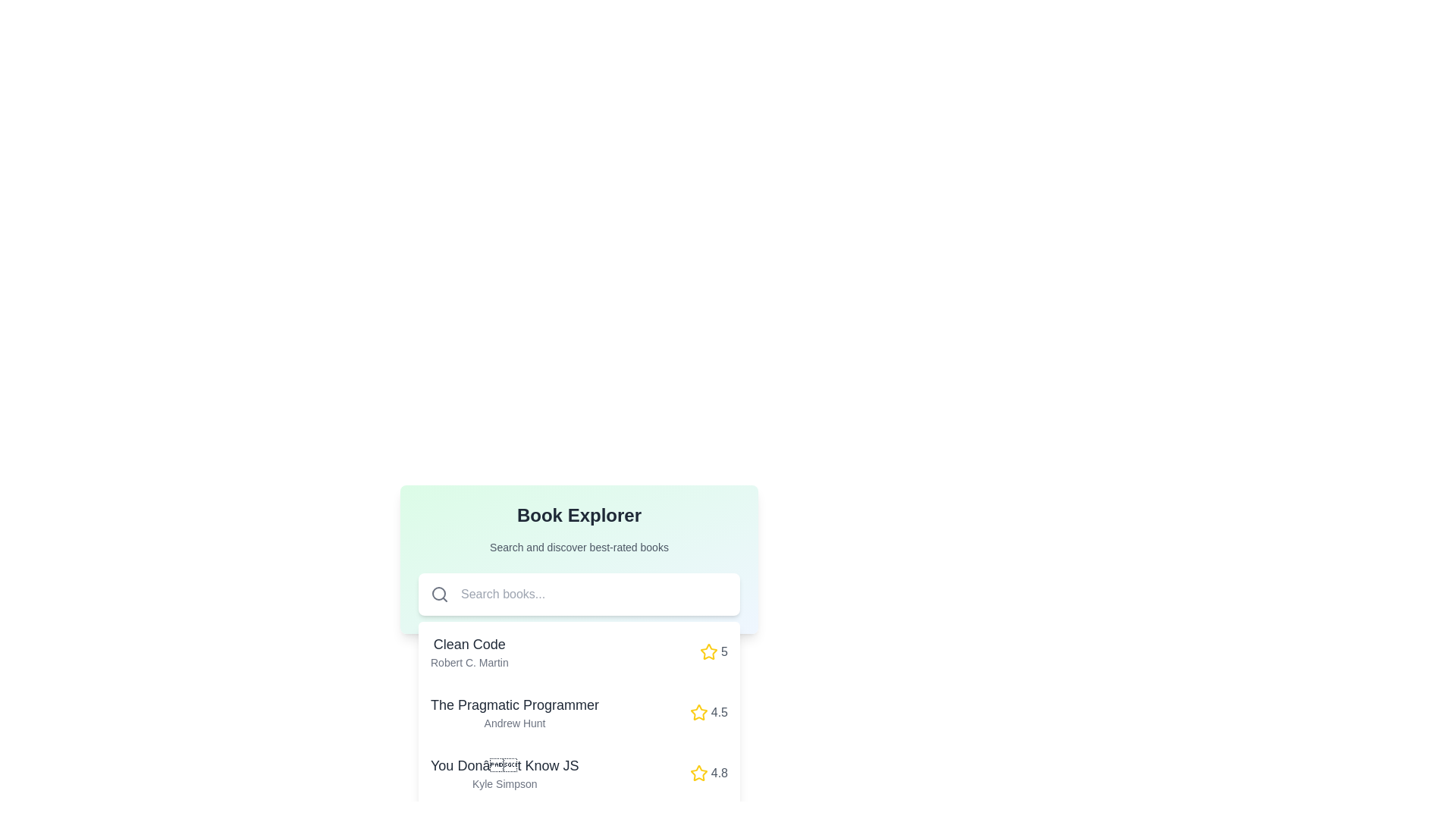 This screenshot has width=1456, height=819. Describe the element at coordinates (469, 644) in the screenshot. I see `the interactive label displaying the text 'Clean Code', which is prominently positioned above 'Robert C. Martin' in the 'Book Explorer' section` at that location.